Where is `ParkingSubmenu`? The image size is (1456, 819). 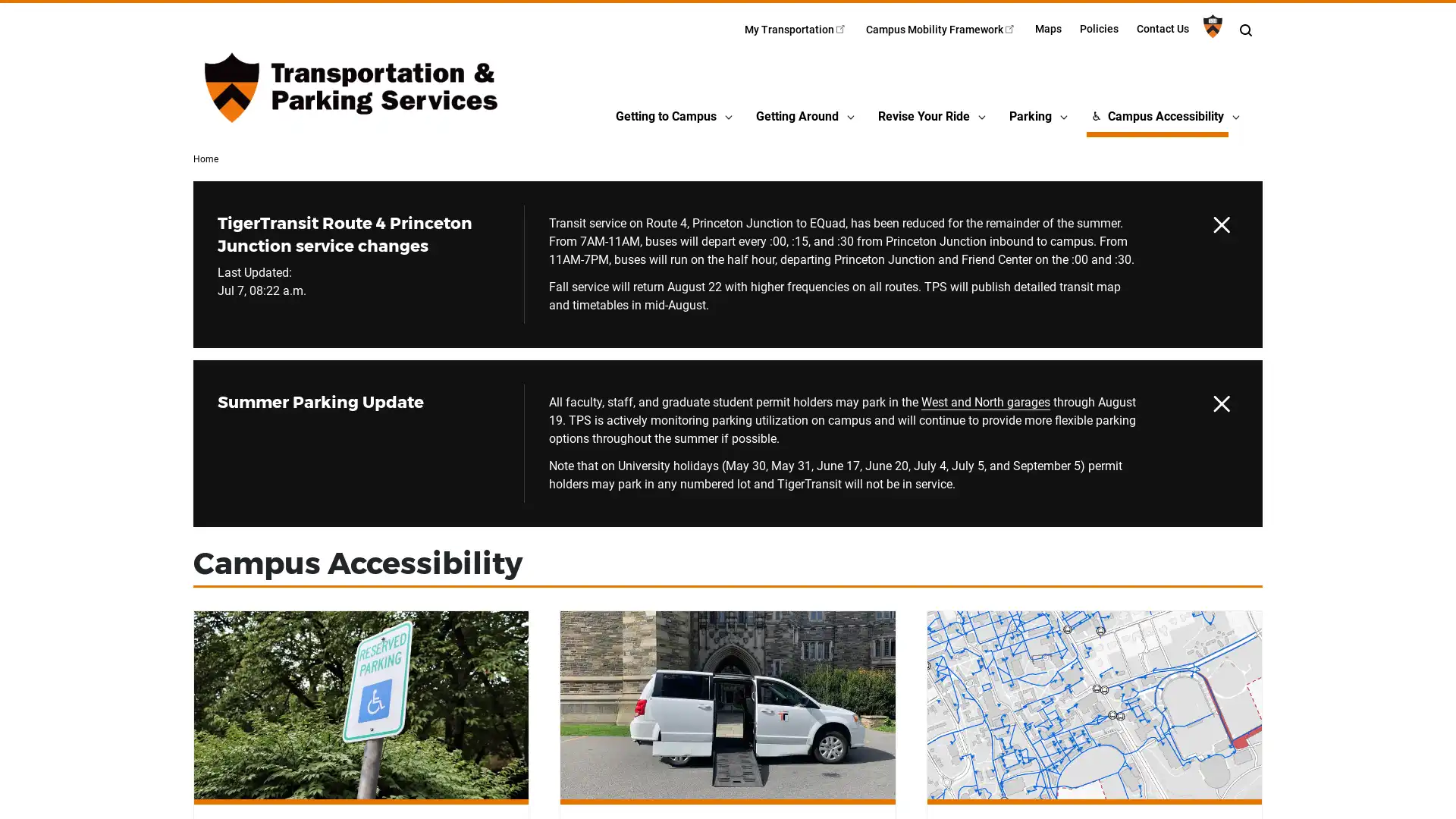 ParkingSubmenu is located at coordinates (1062, 116).